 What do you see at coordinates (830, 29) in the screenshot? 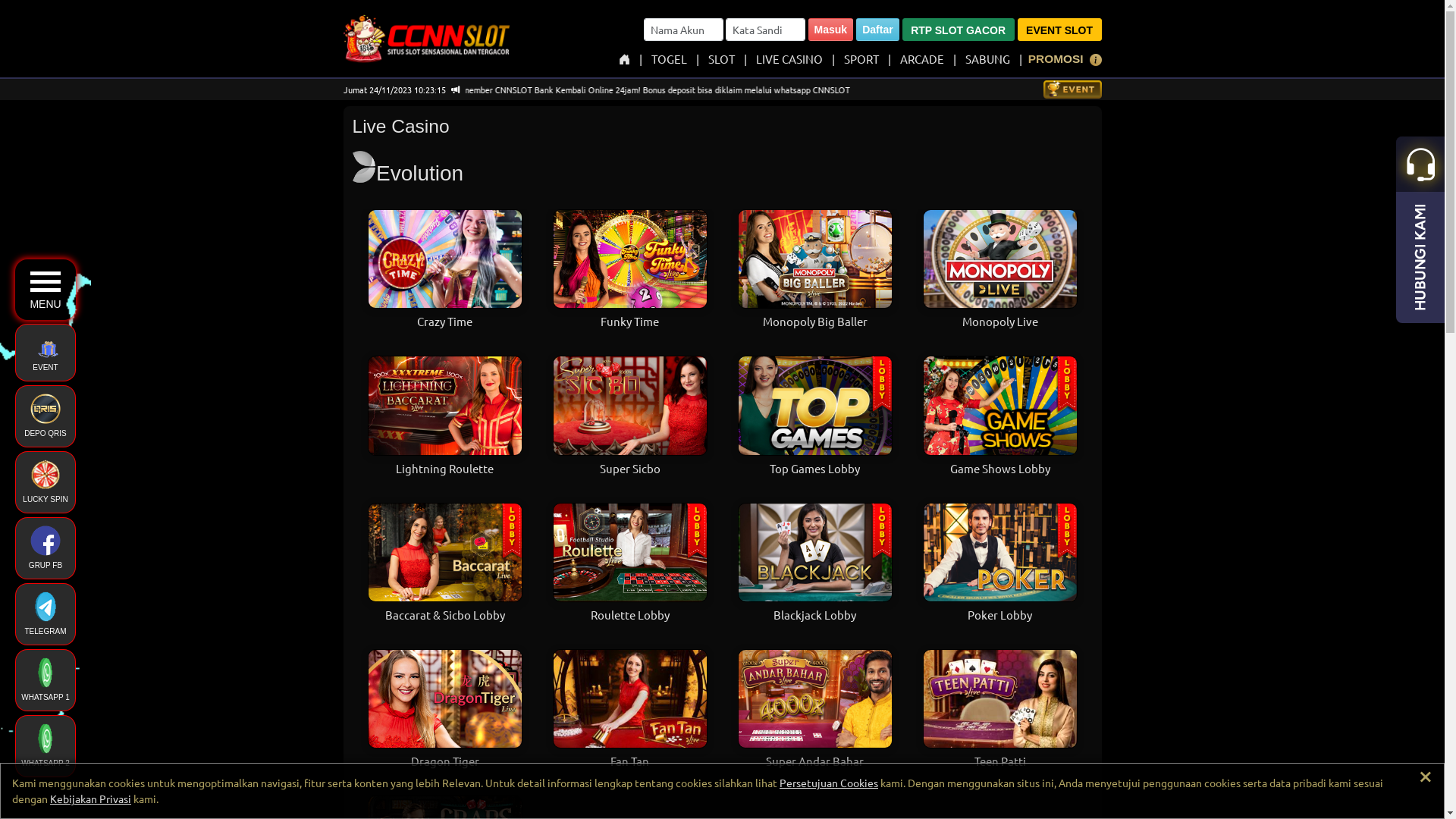
I see `'Masuk'` at bounding box center [830, 29].